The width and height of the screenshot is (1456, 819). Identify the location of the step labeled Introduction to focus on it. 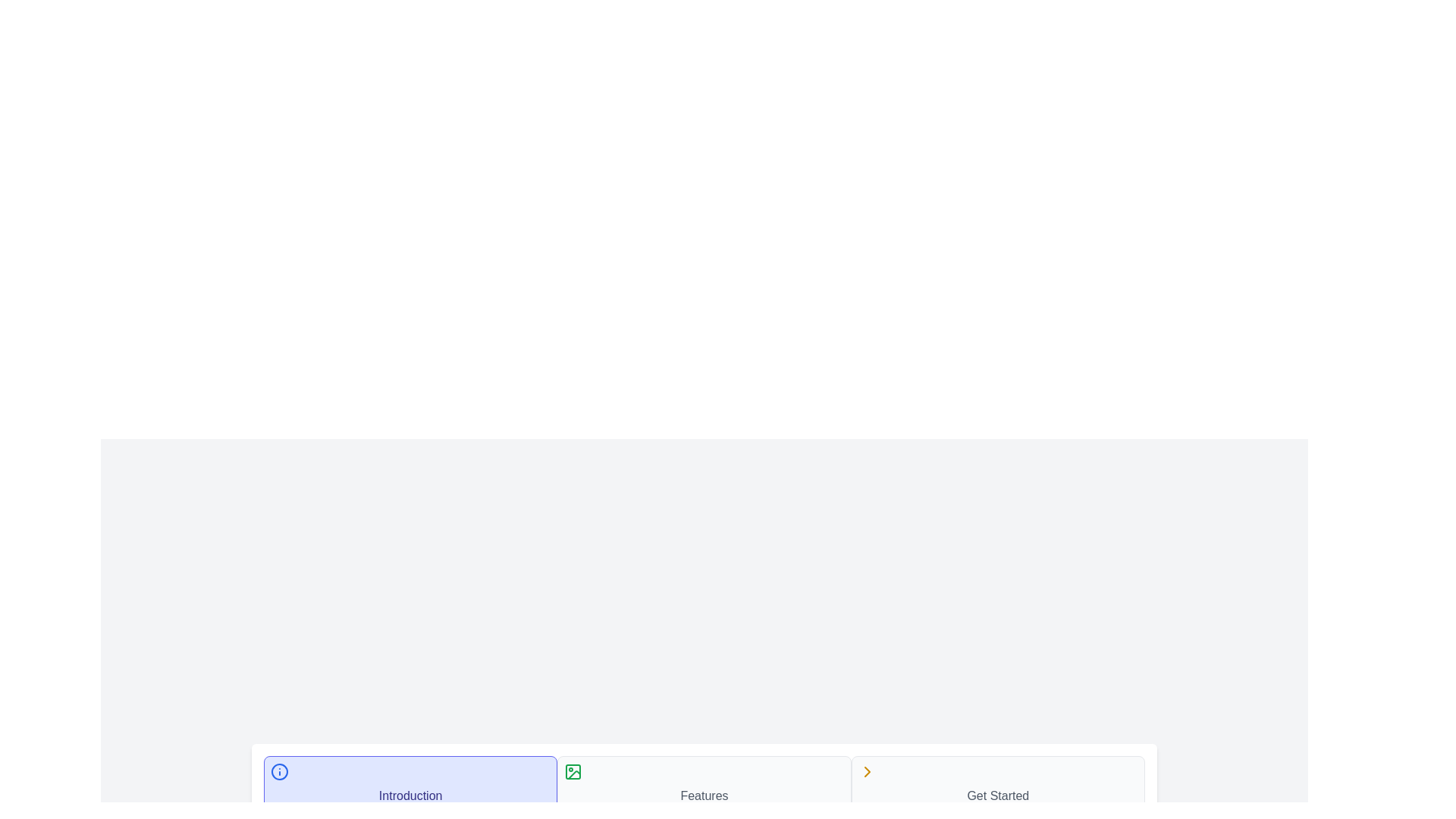
(410, 783).